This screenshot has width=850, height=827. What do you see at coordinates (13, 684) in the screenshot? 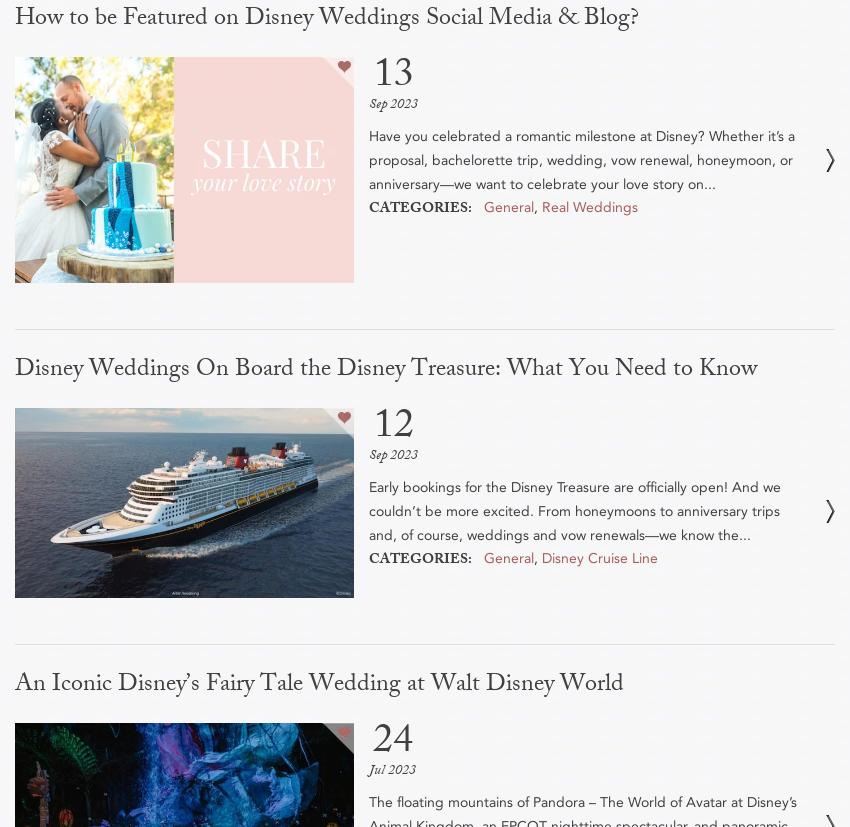
I see `'An Iconic Disney’s Fairy Tale Wedding at Walt Disney World'` at bounding box center [13, 684].